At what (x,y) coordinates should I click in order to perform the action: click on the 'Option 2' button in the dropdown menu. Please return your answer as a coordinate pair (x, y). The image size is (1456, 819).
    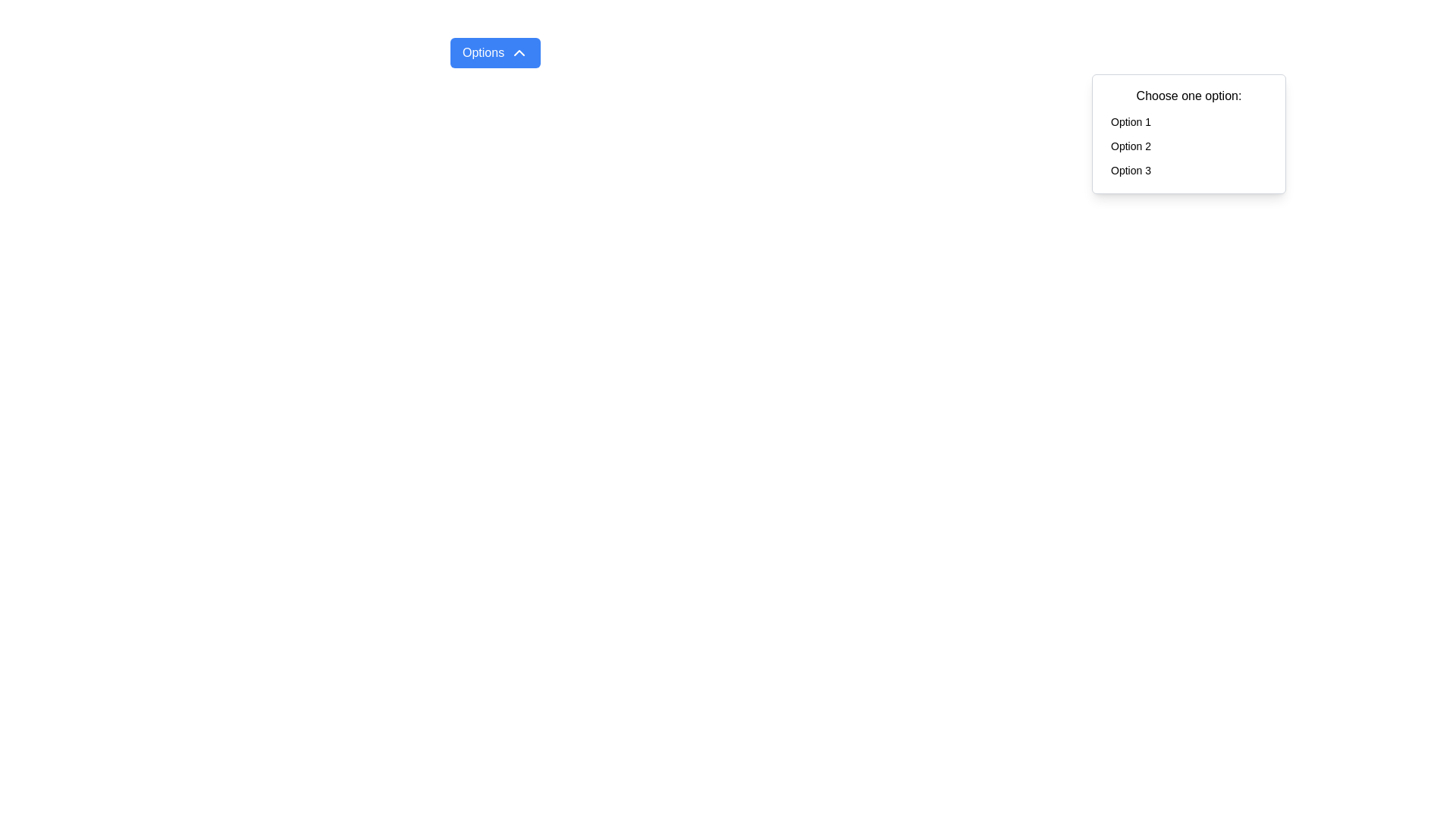
    Looking at the image, I should click on (1188, 146).